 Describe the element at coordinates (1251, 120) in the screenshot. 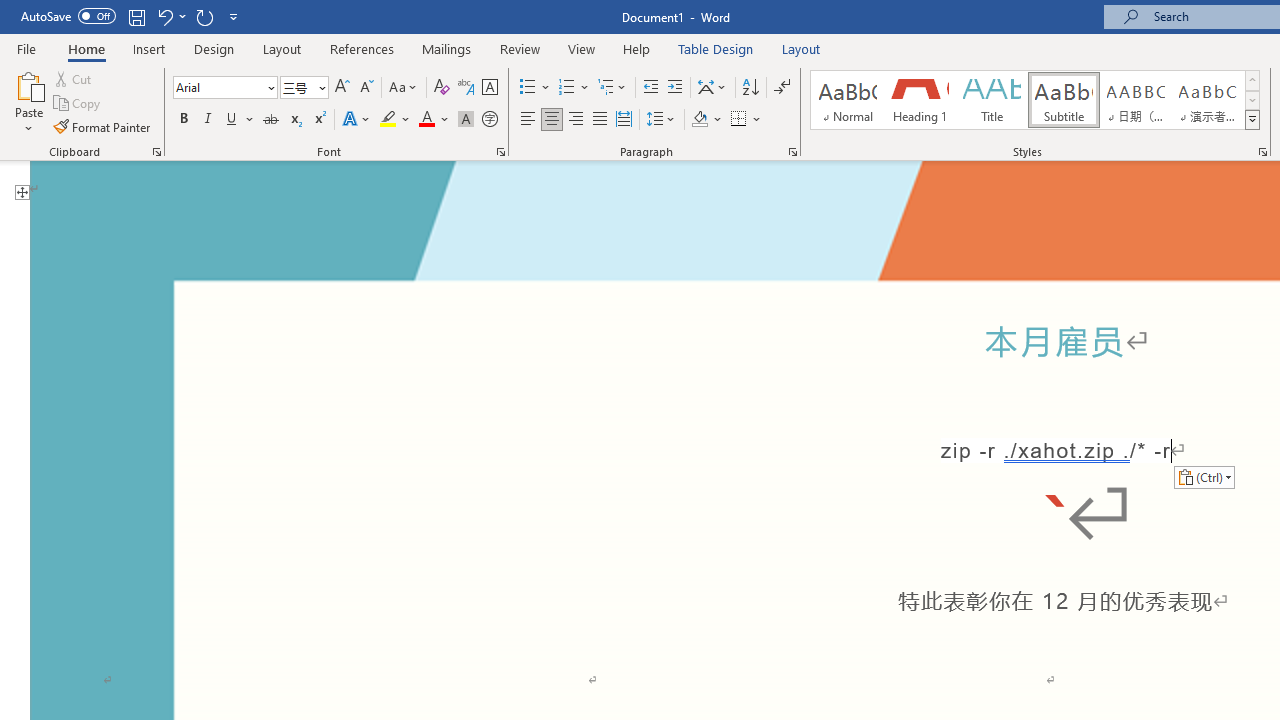

I see `'Styles'` at that location.